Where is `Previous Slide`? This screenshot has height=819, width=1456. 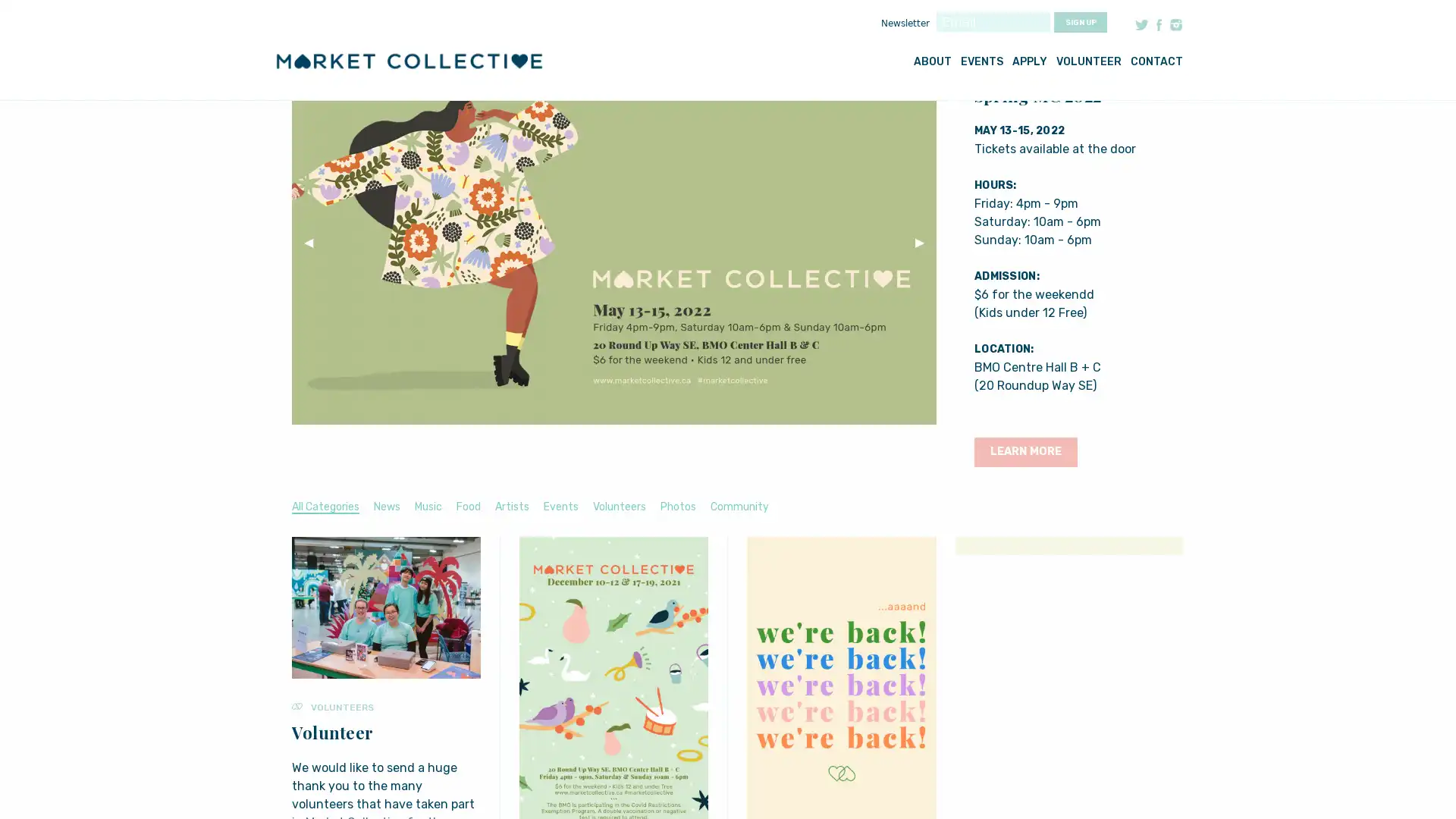
Previous Slide is located at coordinates (308, 242).